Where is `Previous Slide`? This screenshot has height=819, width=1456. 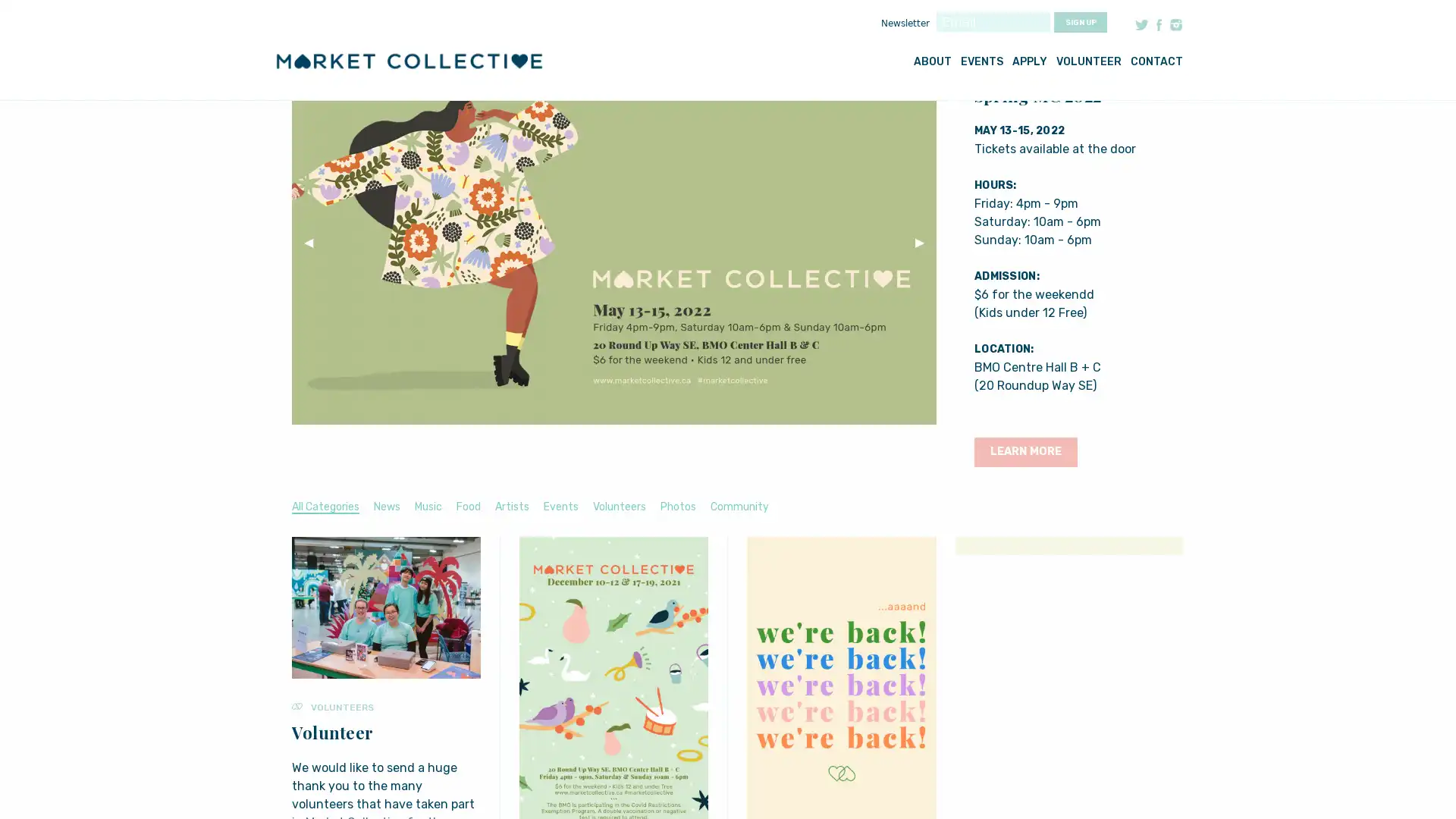
Previous Slide is located at coordinates (308, 242).